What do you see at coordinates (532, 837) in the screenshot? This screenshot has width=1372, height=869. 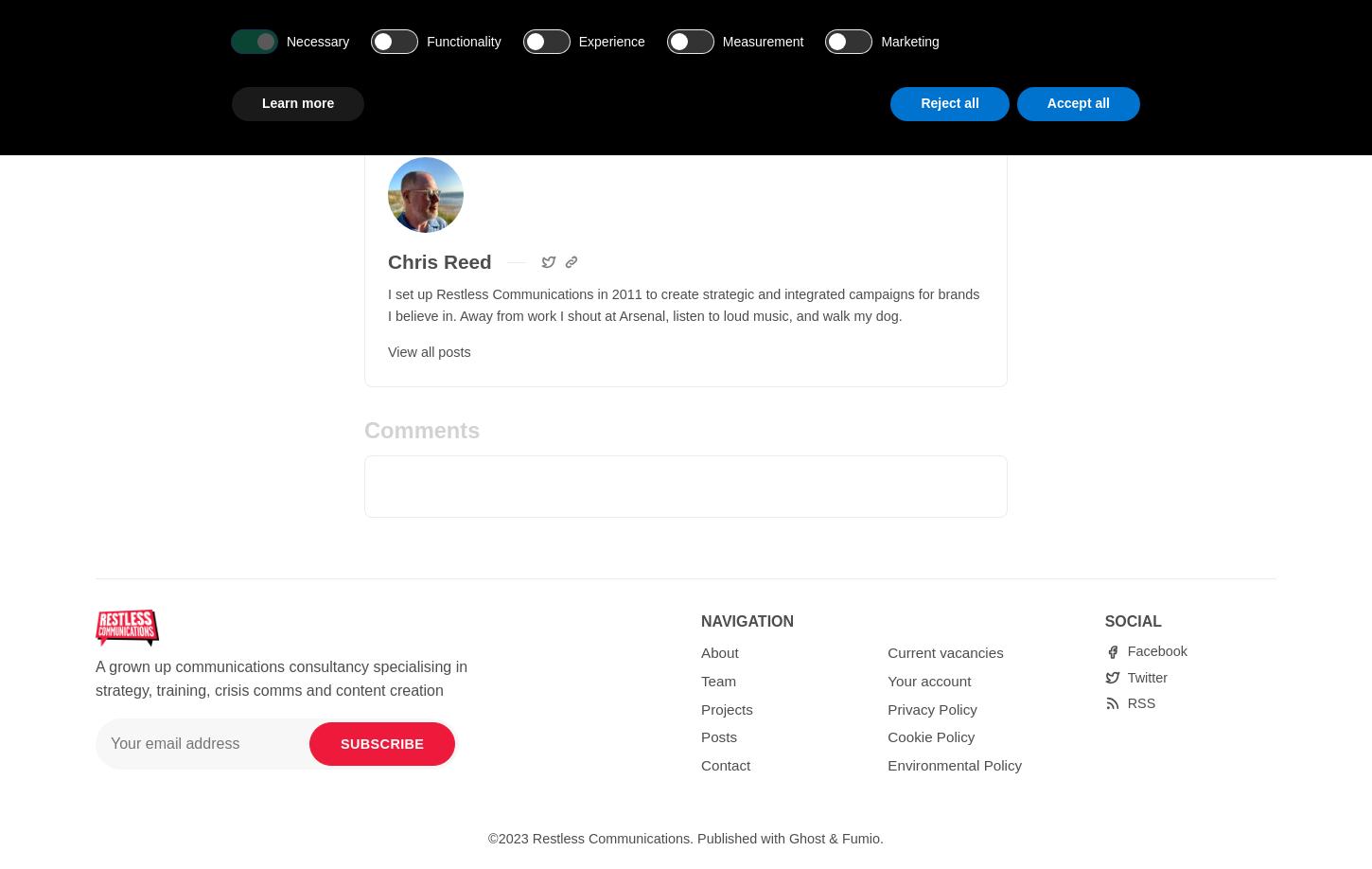 I see `'Restless Communications'` at bounding box center [532, 837].